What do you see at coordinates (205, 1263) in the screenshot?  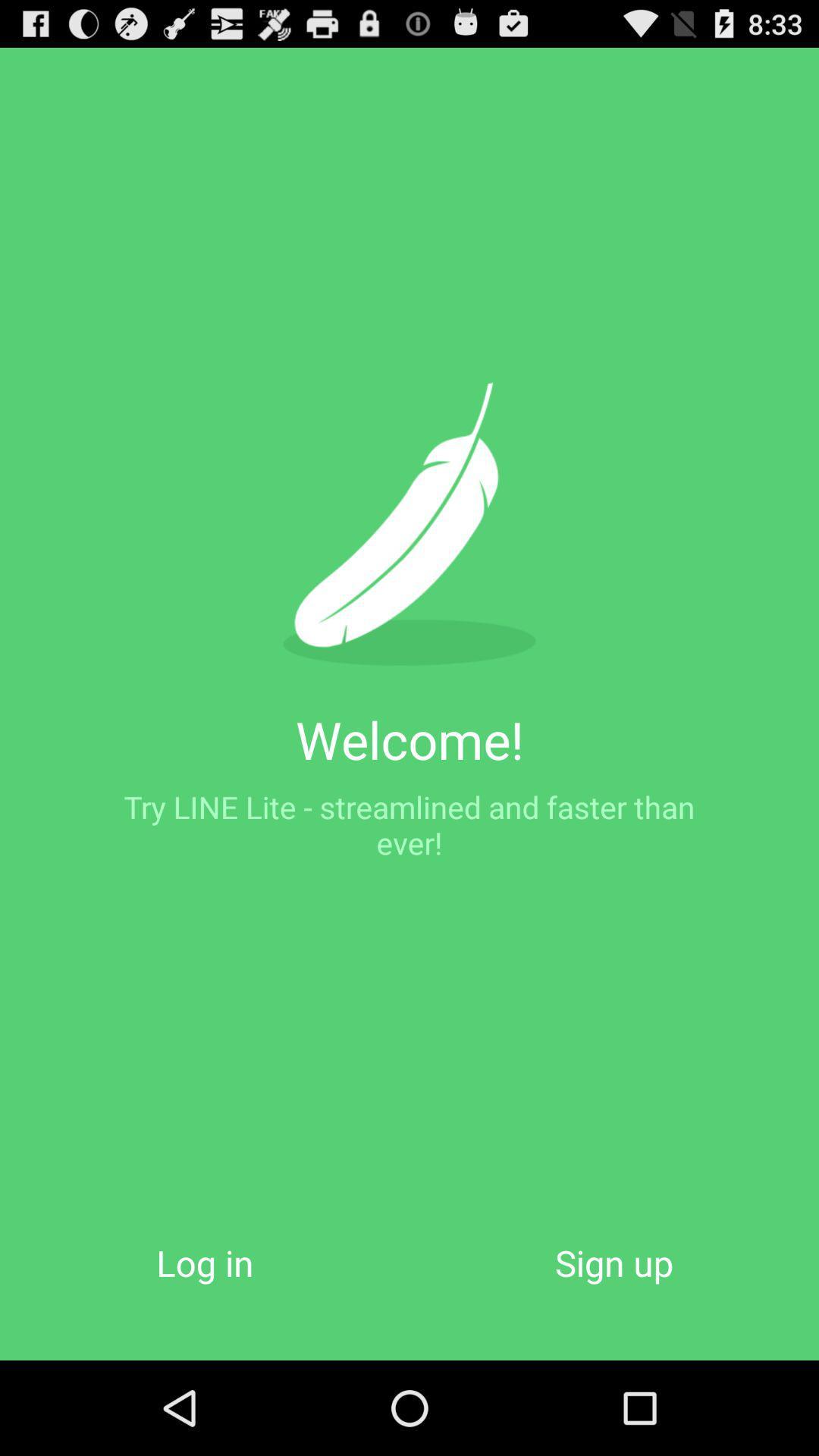 I see `the log in icon` at bounding box center [205, 1263].